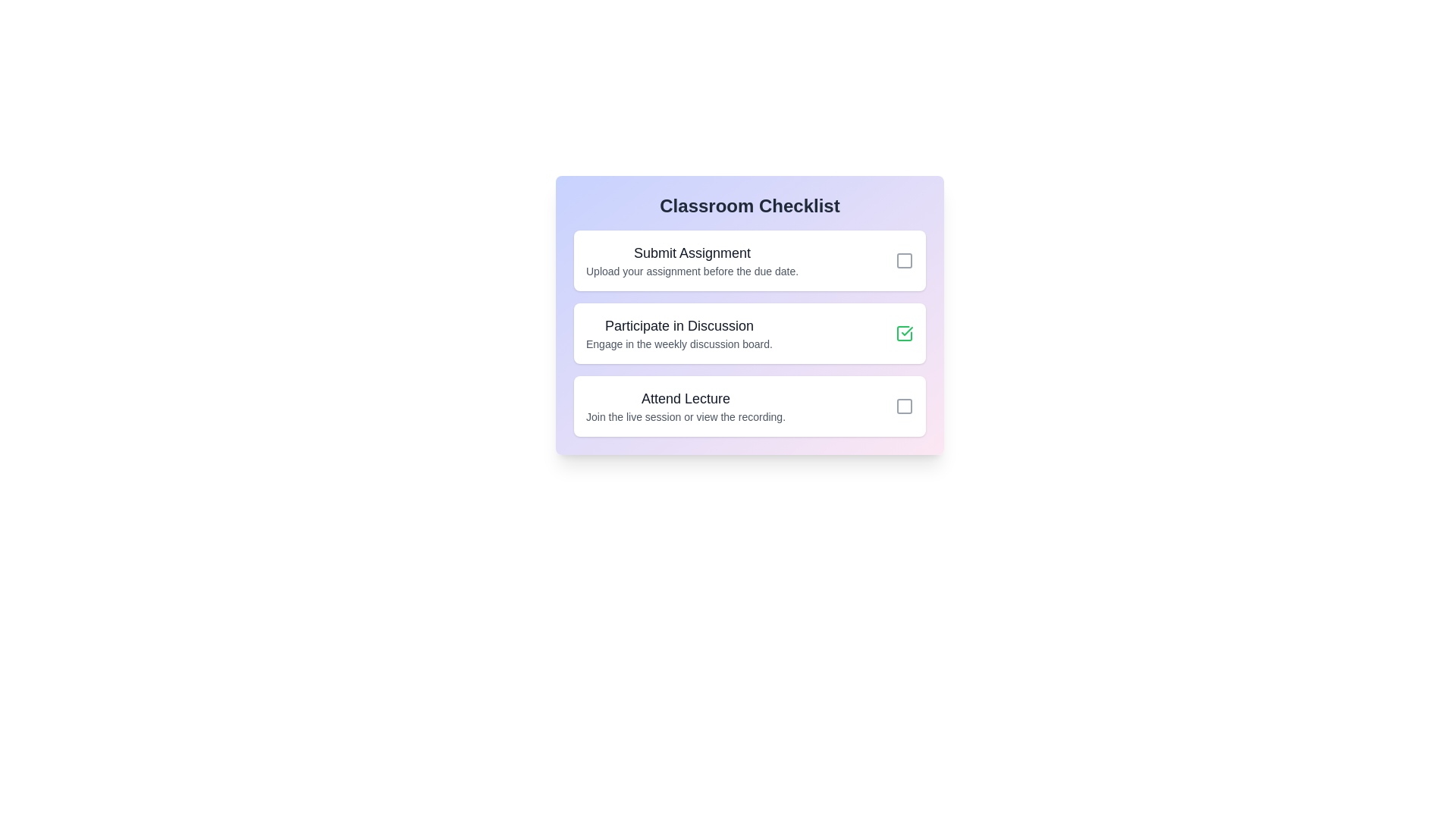  What do you see at coordinates (905, 406) in the screenshot?
I see `the checkbox located at the far-right end of the 'Attend Lecture' card, which is a square icon with a light gray border` at bounding box center [905, 406].